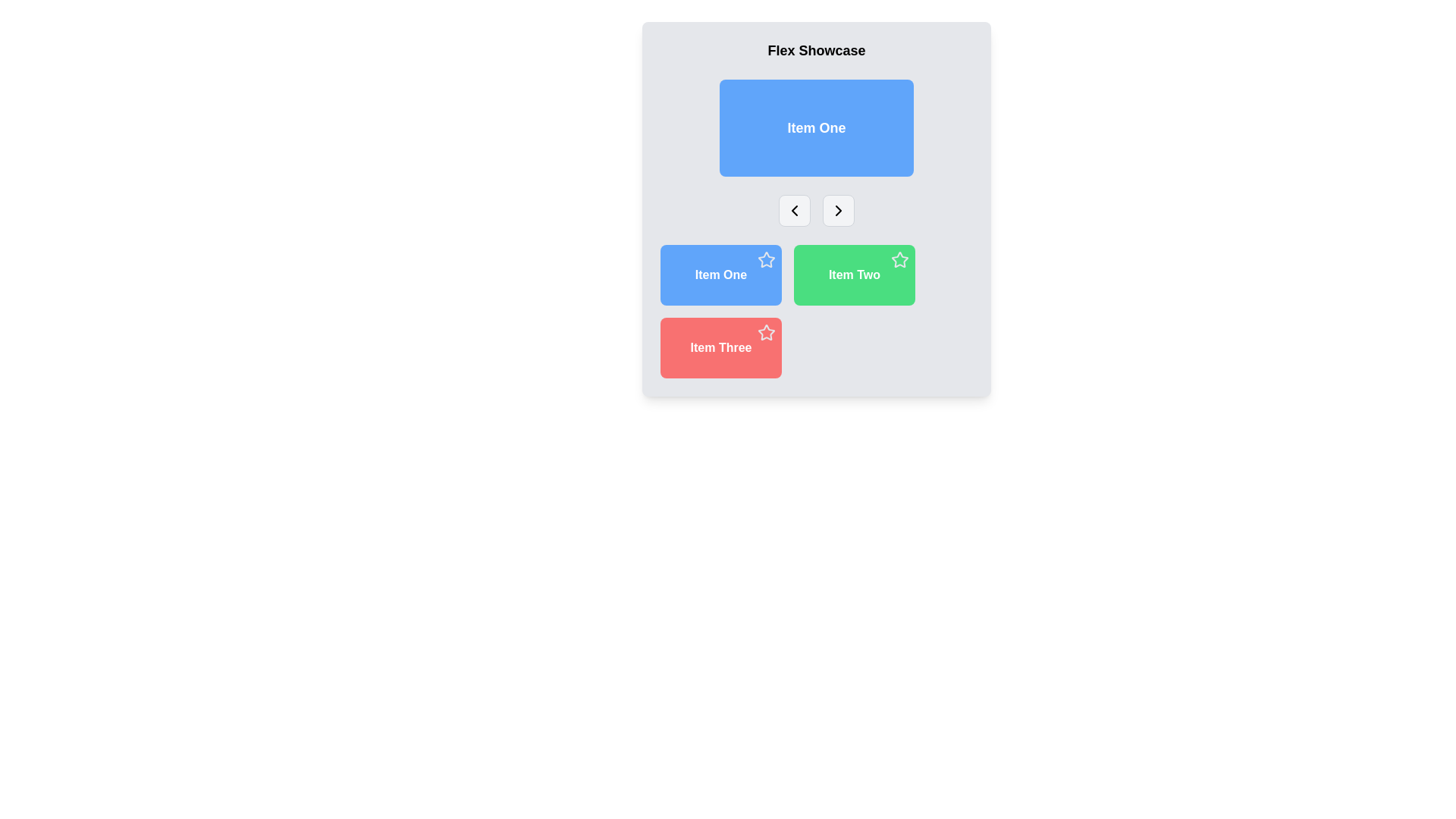  What do you see at coordinates (899, 259) in the screenshot?
I see `the star icon within the green button labeled 'Item Two'` at bounding box center [899, 259].